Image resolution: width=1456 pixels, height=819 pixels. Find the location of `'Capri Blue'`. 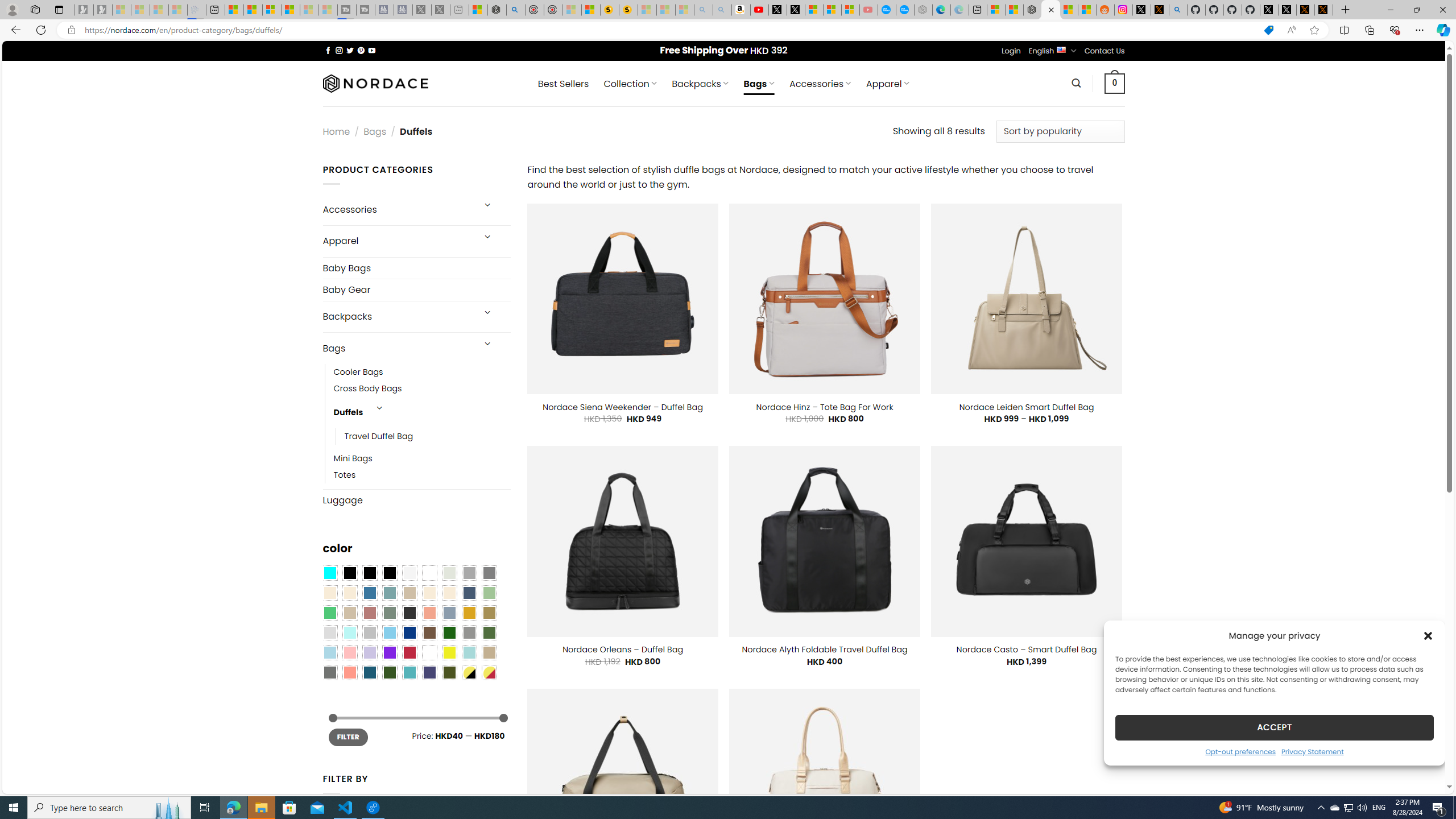

'Capri Blue' is located at coordinates (369, 672).